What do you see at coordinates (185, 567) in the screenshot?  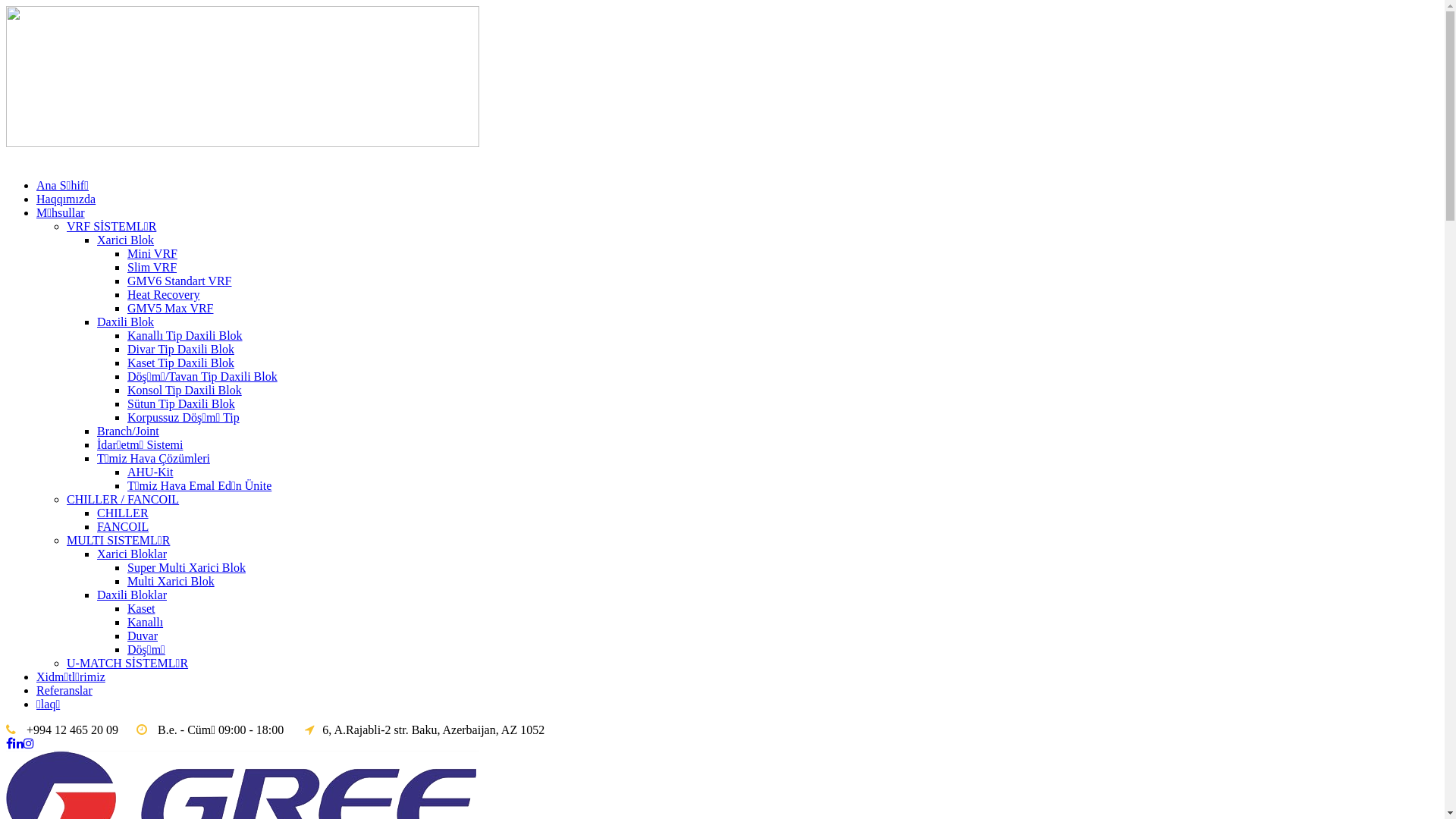 I see `'Super Multi Xarici Blok'` at bounding box center [185, 567].